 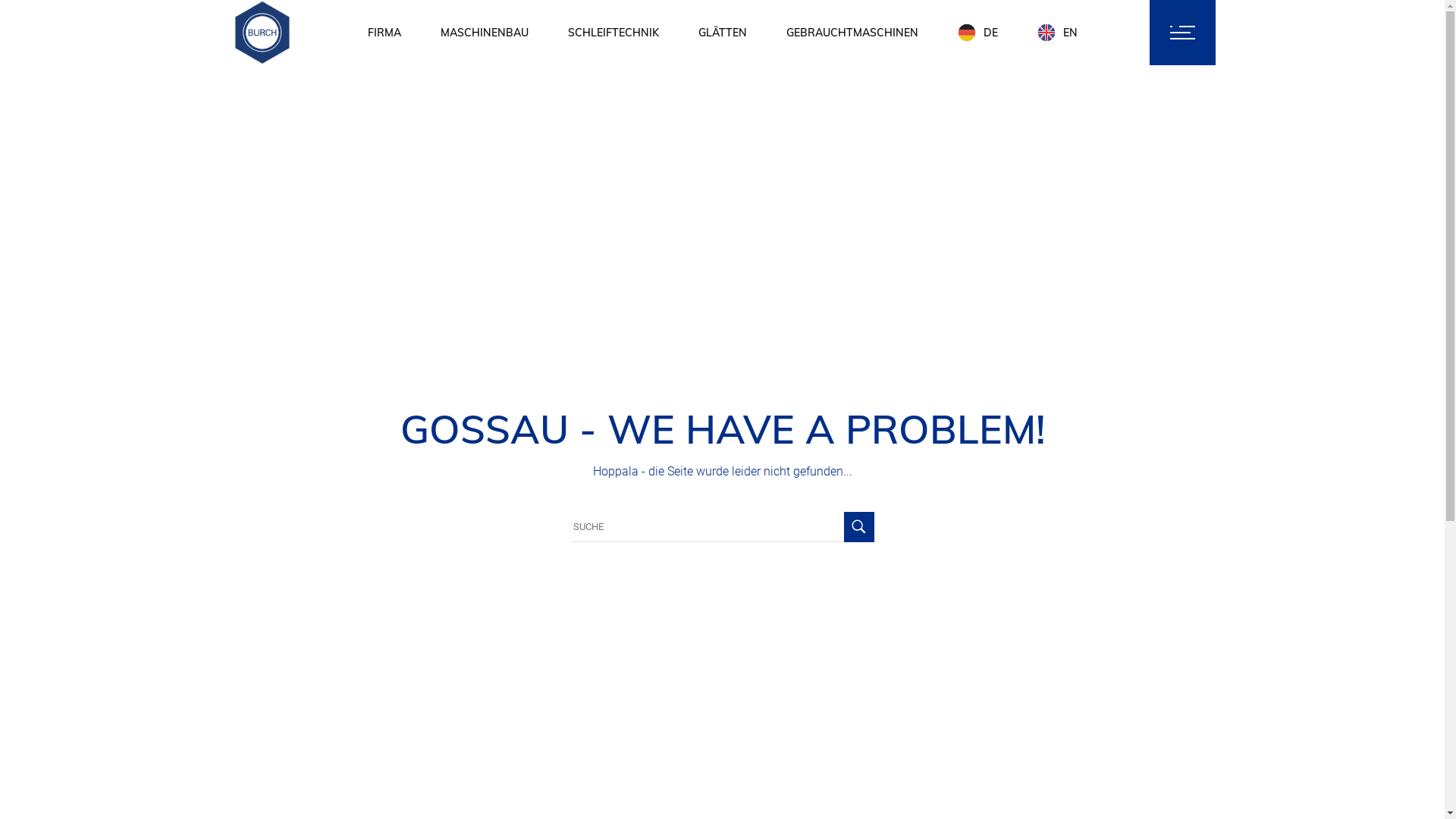 What do you see at coordinates (612, 32) in the screenshot?
I see `'SCHLEIFTECHNIK'` at bounding box center [612, 32].